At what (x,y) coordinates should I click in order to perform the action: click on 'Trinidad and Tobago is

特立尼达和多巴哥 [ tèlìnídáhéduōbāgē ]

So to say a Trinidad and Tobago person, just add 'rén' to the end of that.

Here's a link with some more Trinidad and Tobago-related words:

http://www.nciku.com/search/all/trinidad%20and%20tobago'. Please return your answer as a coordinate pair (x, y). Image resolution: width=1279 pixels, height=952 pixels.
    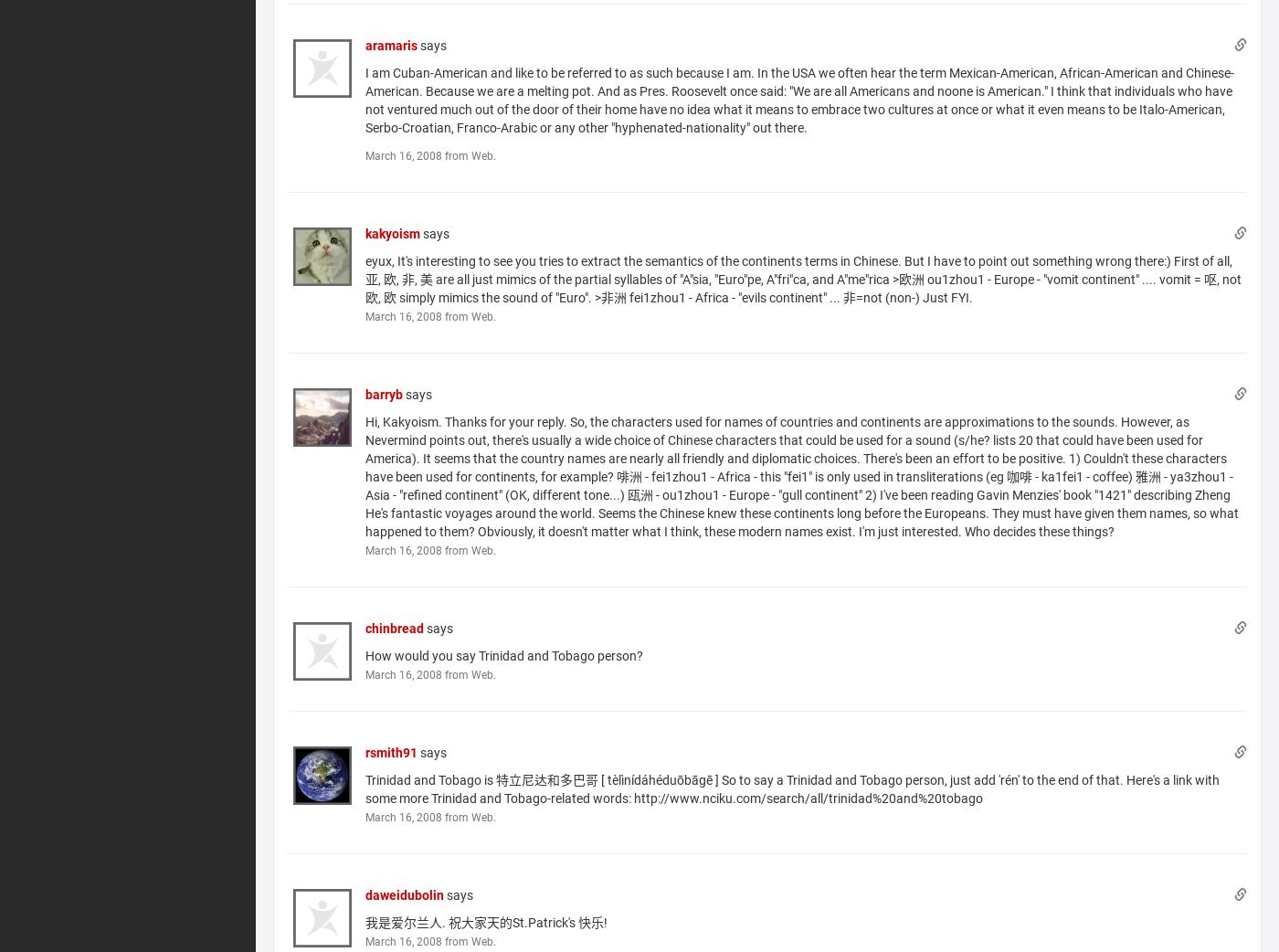
    Looking at the image, I should click on (792, 788).